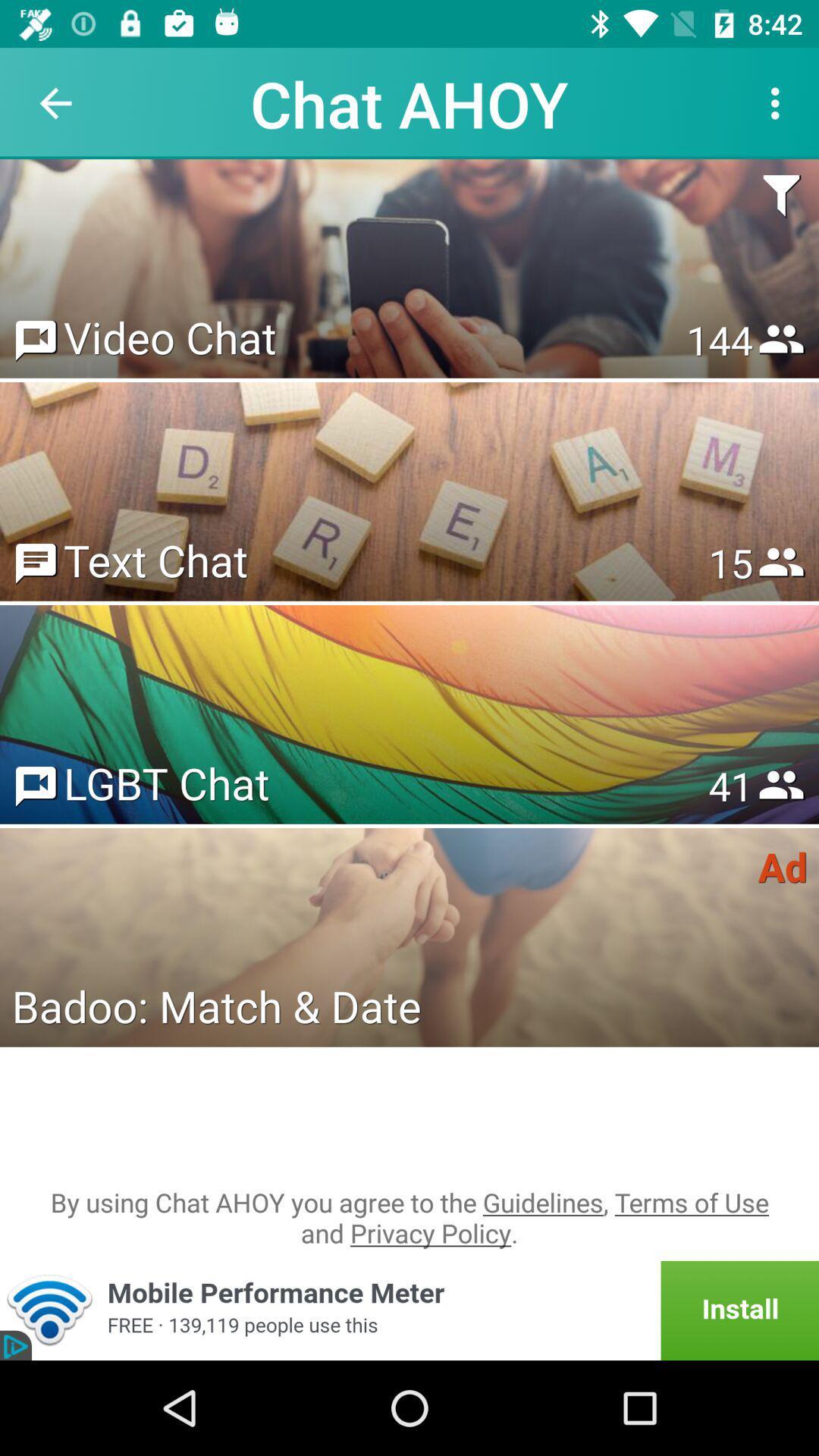  I want to click on 15, so click(730, 562).